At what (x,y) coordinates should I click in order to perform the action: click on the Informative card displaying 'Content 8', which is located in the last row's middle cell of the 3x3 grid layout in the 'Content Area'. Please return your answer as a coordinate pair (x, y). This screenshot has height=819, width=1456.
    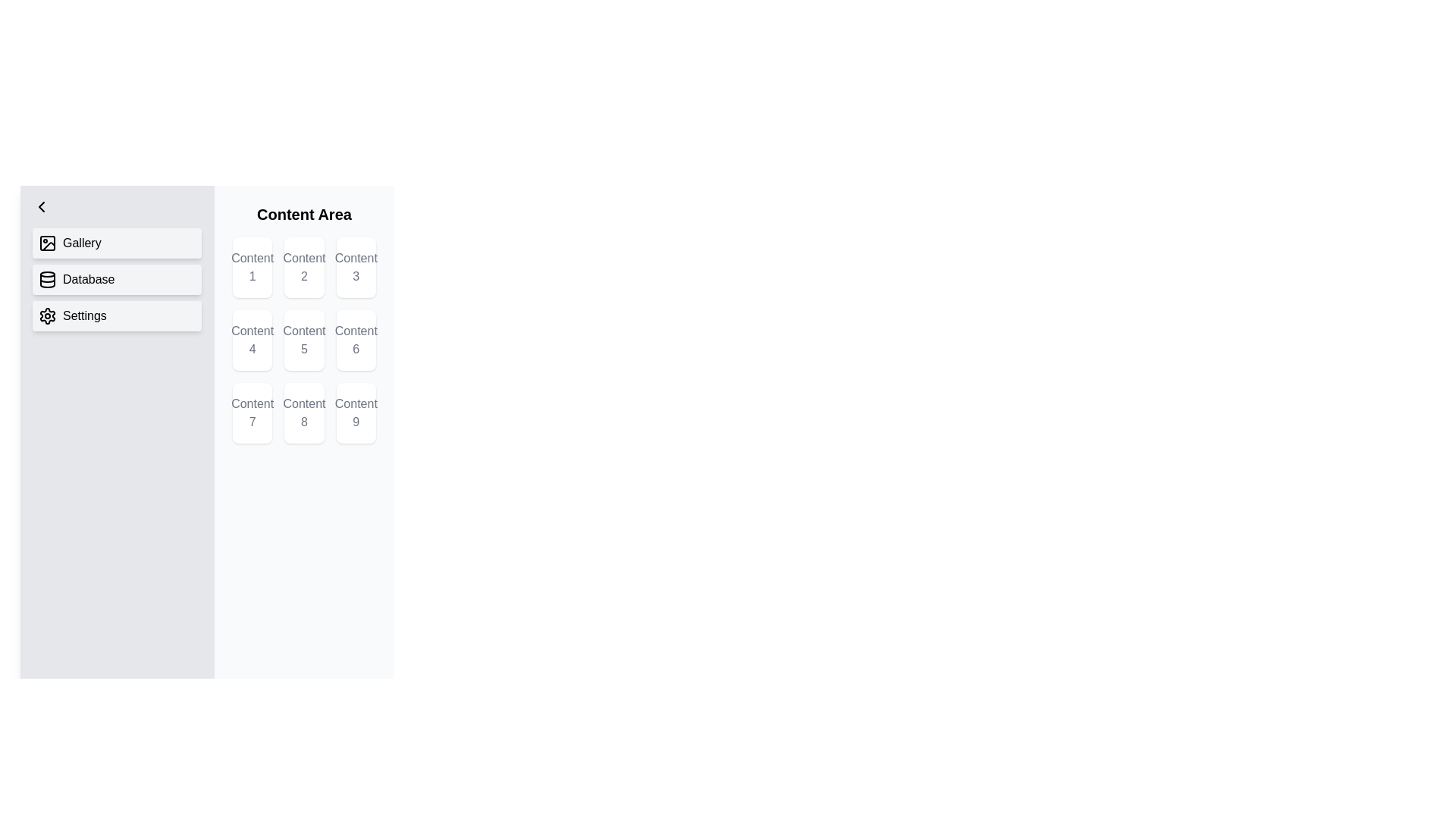
    Looking at the image, I should click on (303, 413).